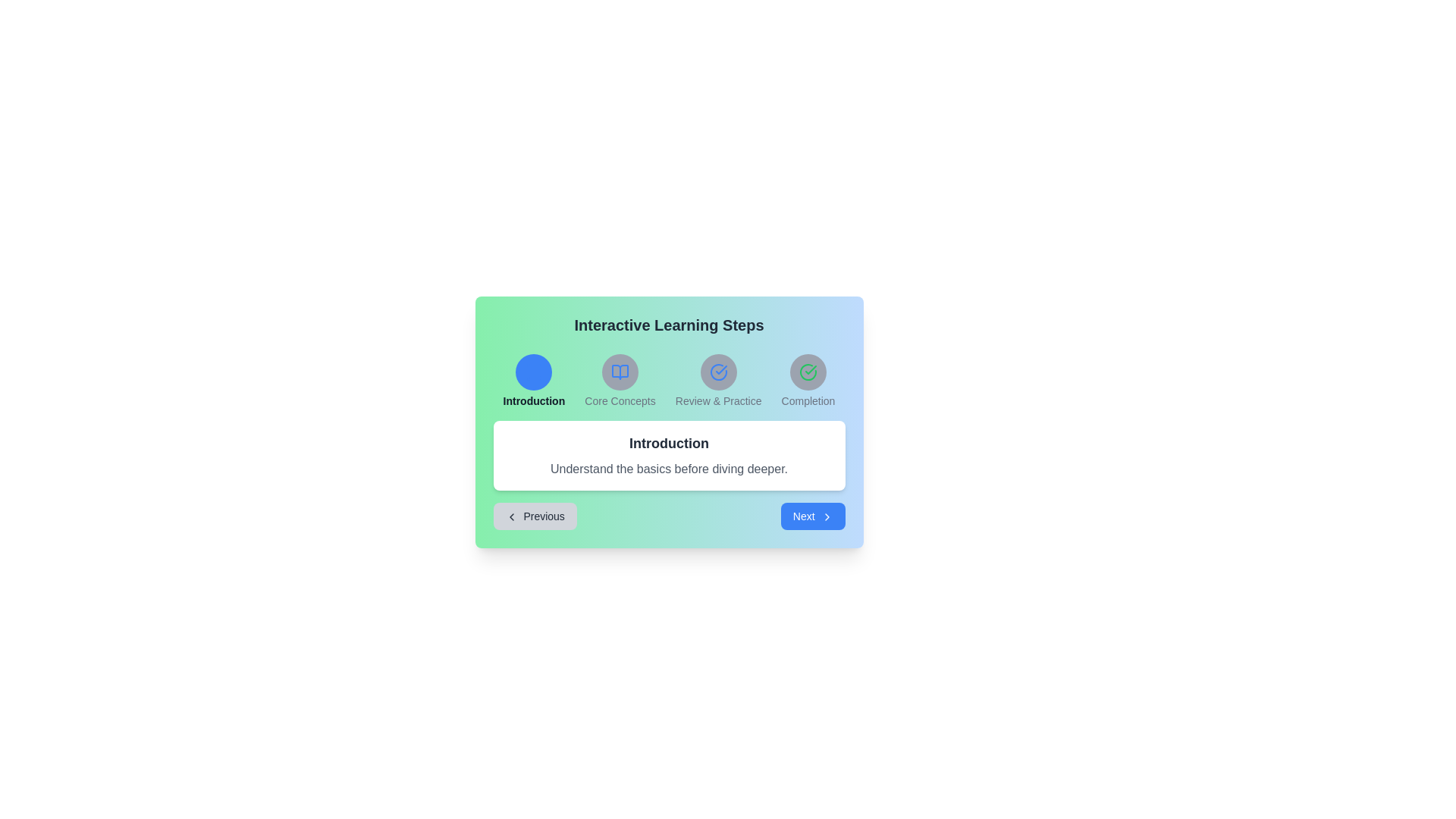 The height and width of the screenshot is (819, 1456). Describe the element at coordinates (534, 380) in the screenshot. I see `the labeled icon representing the 'Introduction' step in the interactive learning process` at that location.